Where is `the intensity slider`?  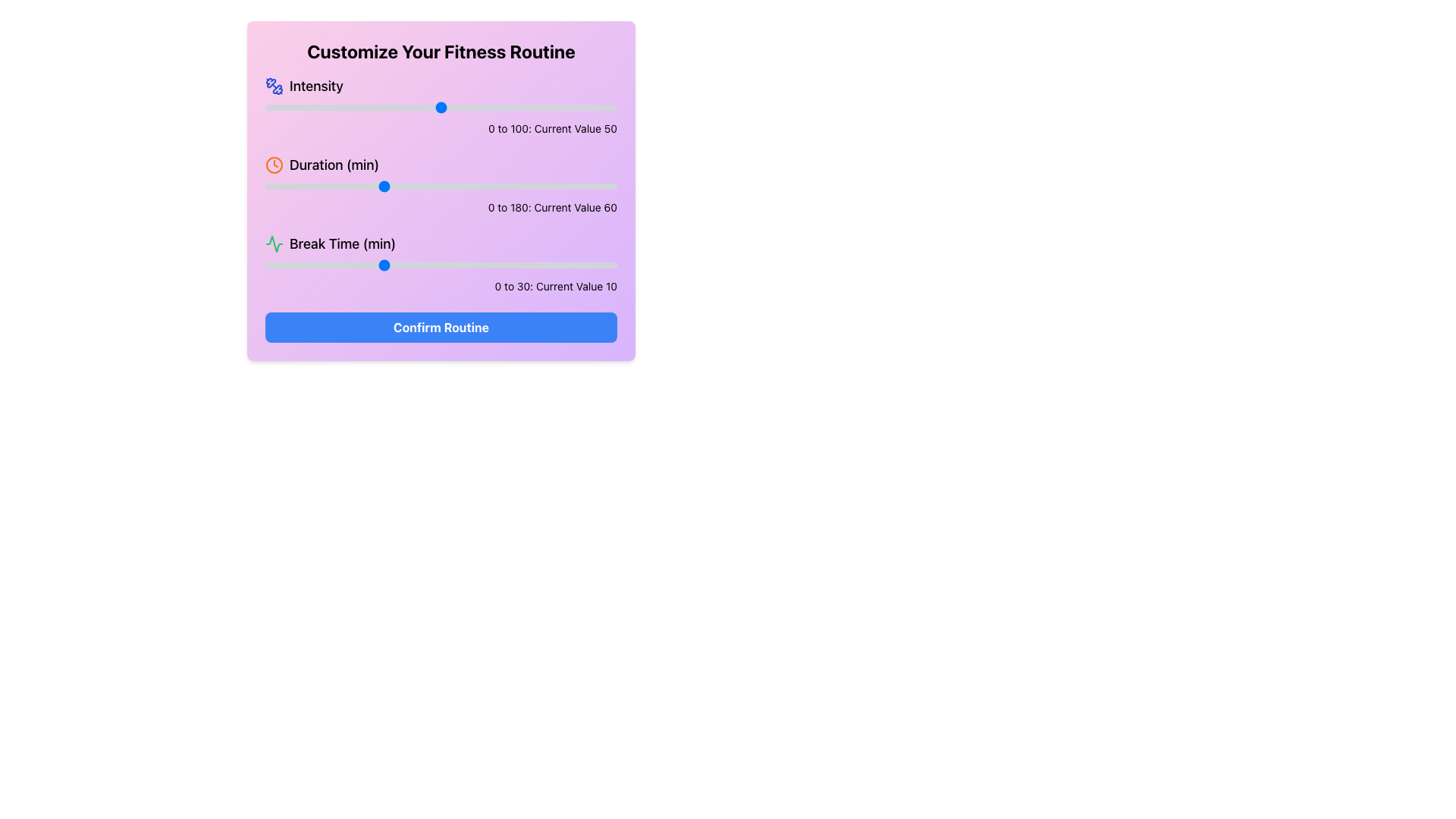
the intensity slider is located at coordinates (574, 107).